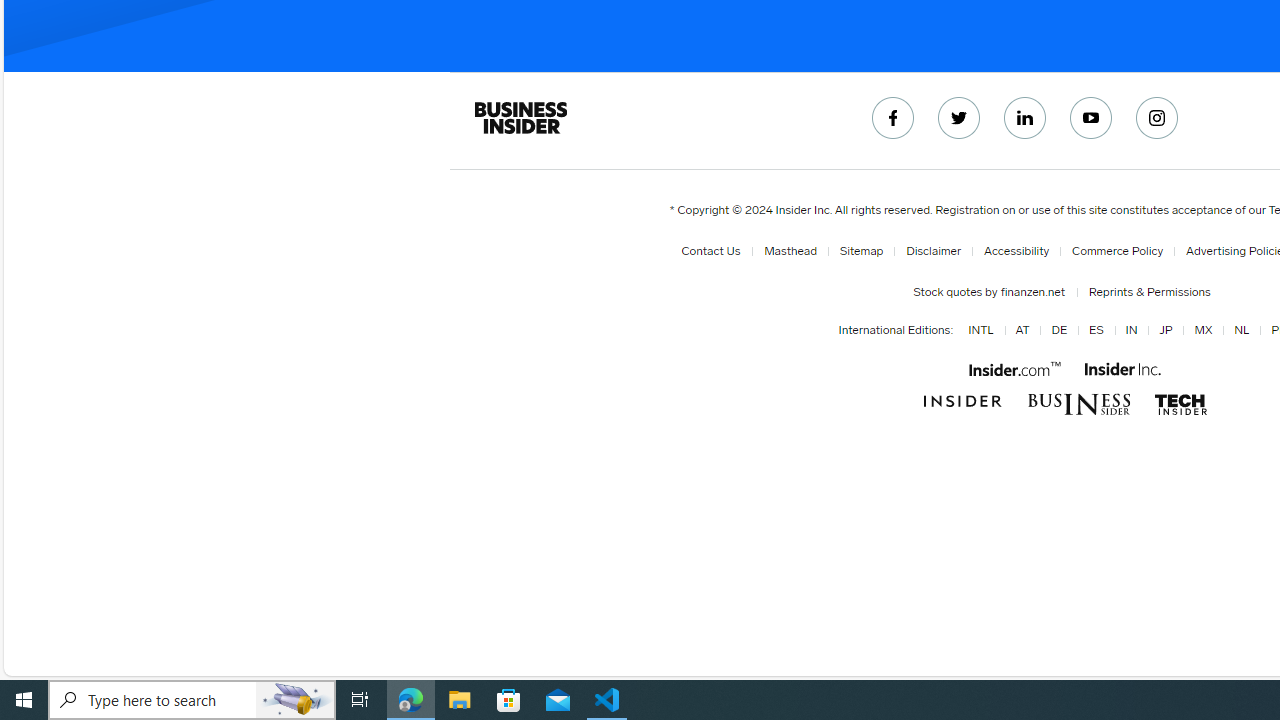 This screenshot has height=720, width=1280. Describe the element at coordinates (857, 250) in the screenshot. I see `'Sitemap'` at that location.